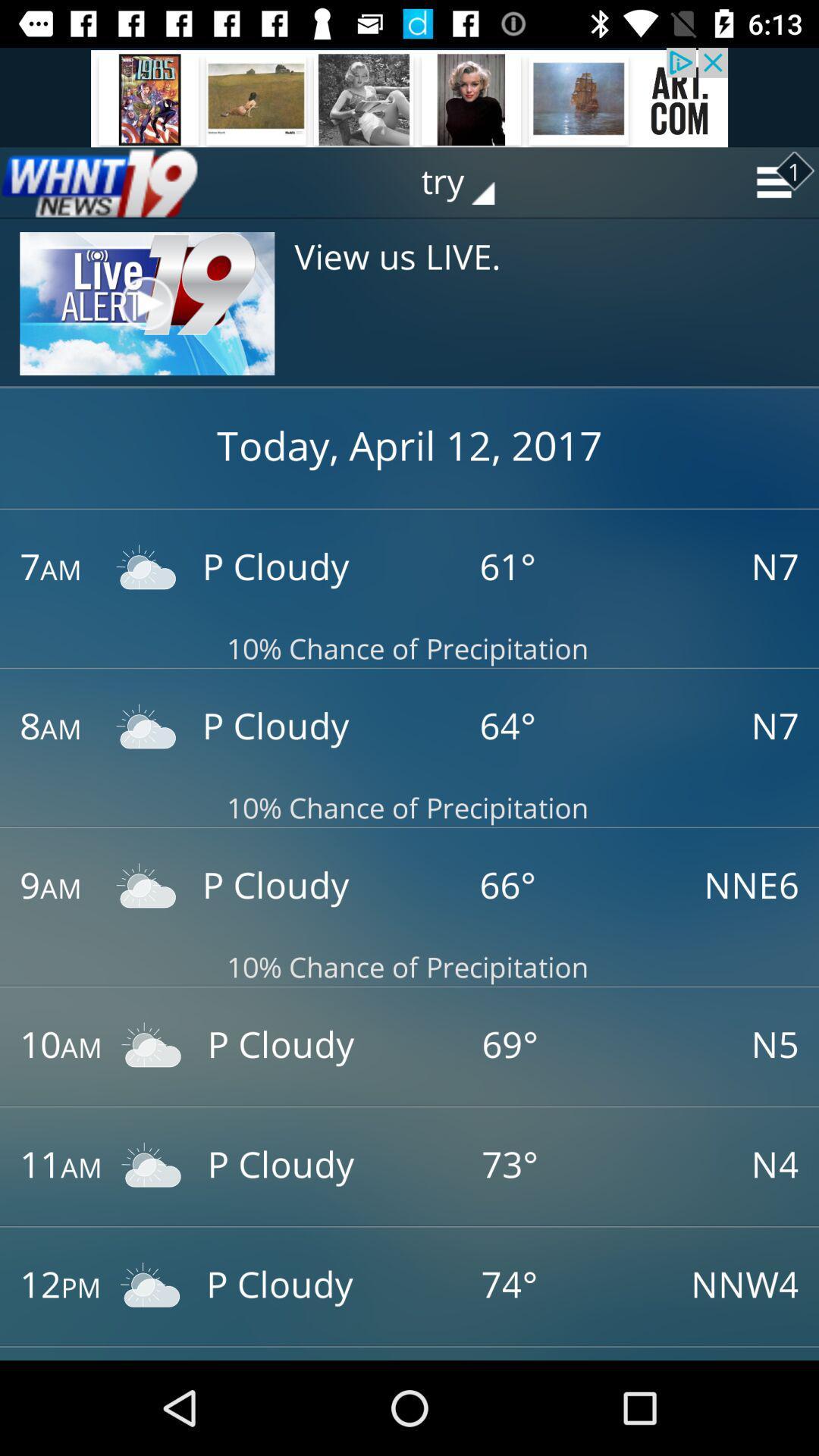  Describe the element at coordinates (99, 182) in the screenshot. I see `the delete icon` at that location.